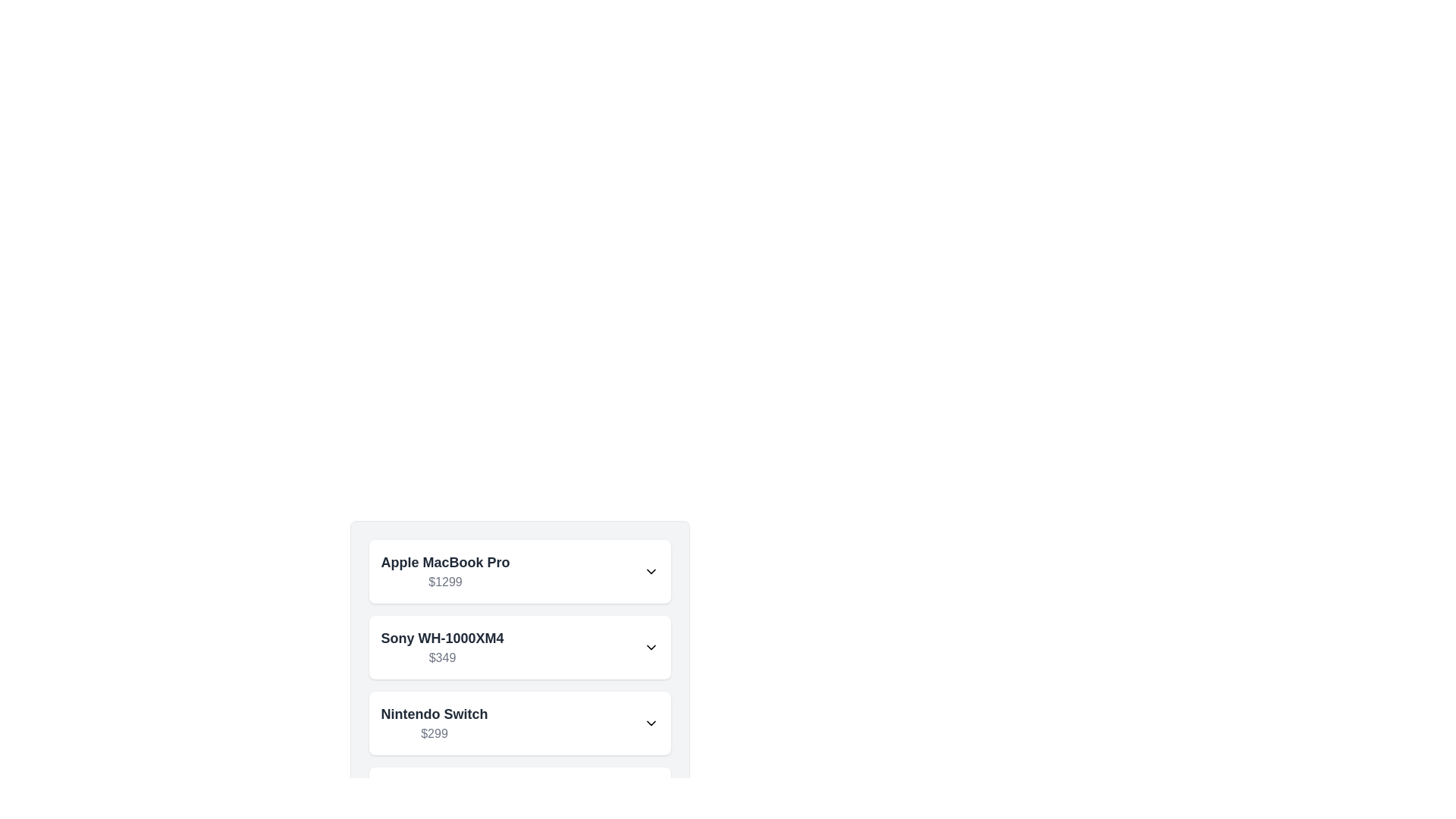 This screenshot has height=819, width=1456. What do you see at coordinates (651, 647) in the screenshot?
I see `the down-pointing chevron icon located in the top-right corner of the product display for 'Sony WH-1000XM4'` at bounding box center [651, 647].